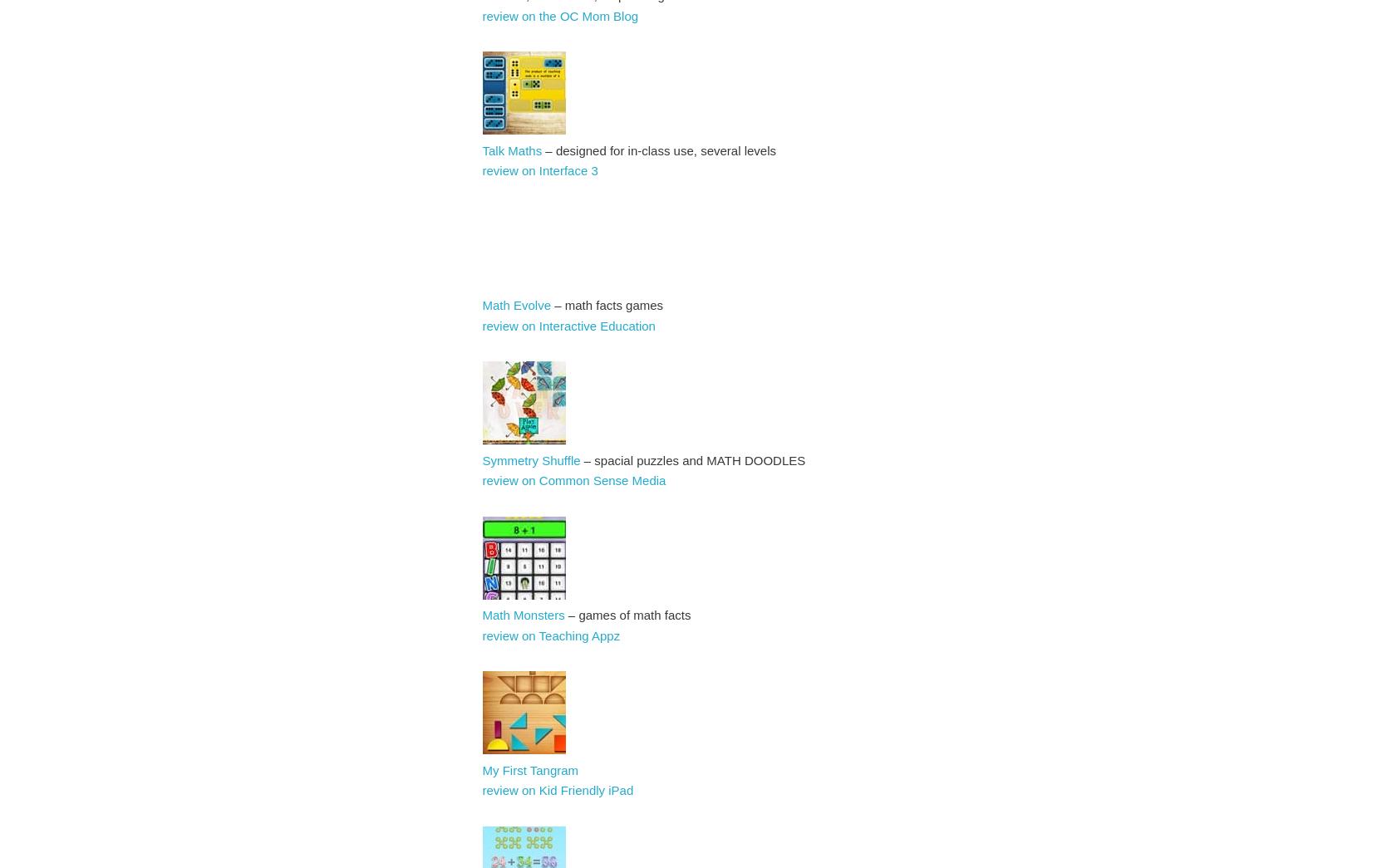  What do you see at coordinates (541, 170) in the screenshot?
I see `'review on Interface 3'` at bounding box center [541, 170].